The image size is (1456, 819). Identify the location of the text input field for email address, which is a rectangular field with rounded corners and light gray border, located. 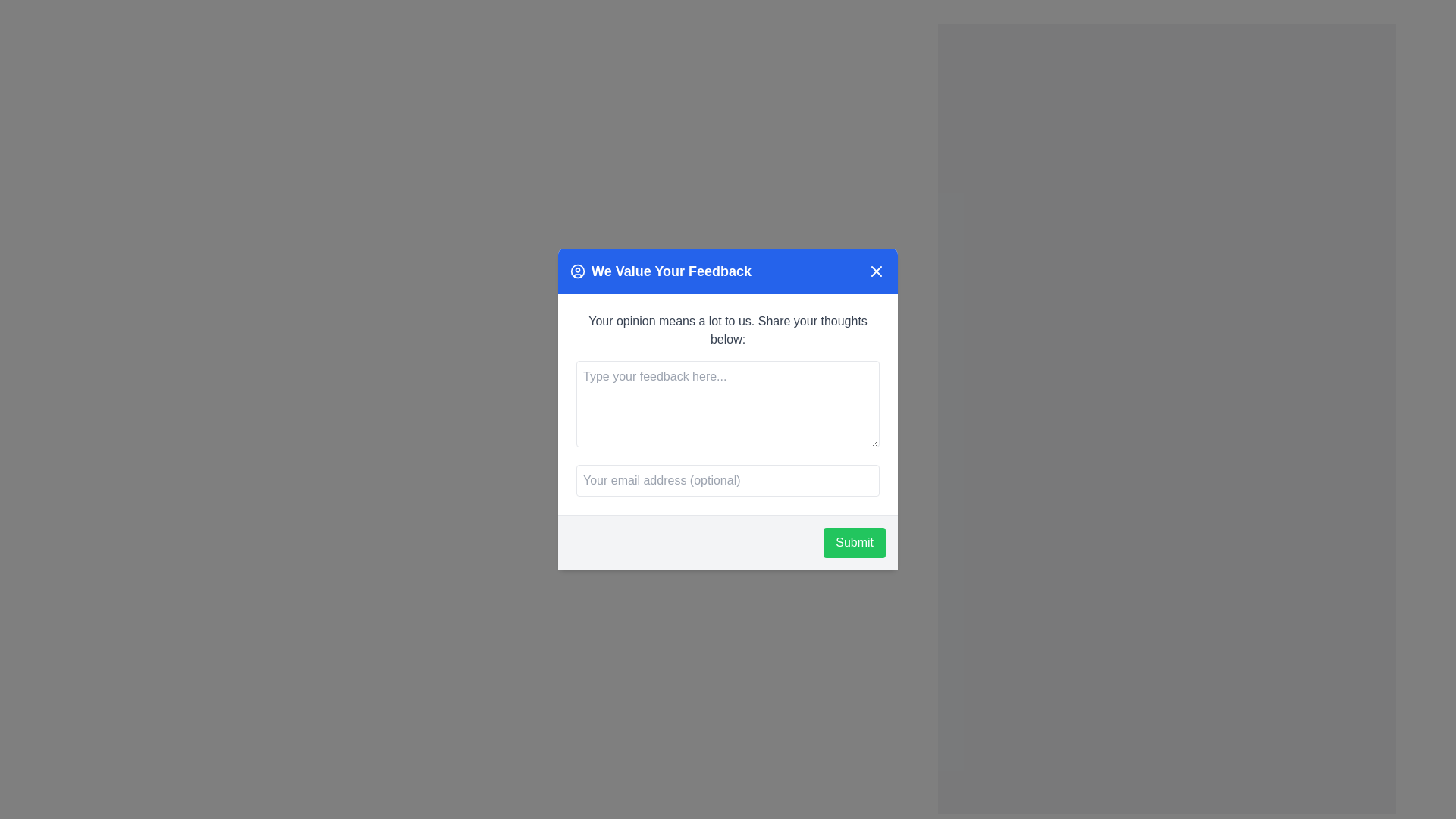
(728, 480).